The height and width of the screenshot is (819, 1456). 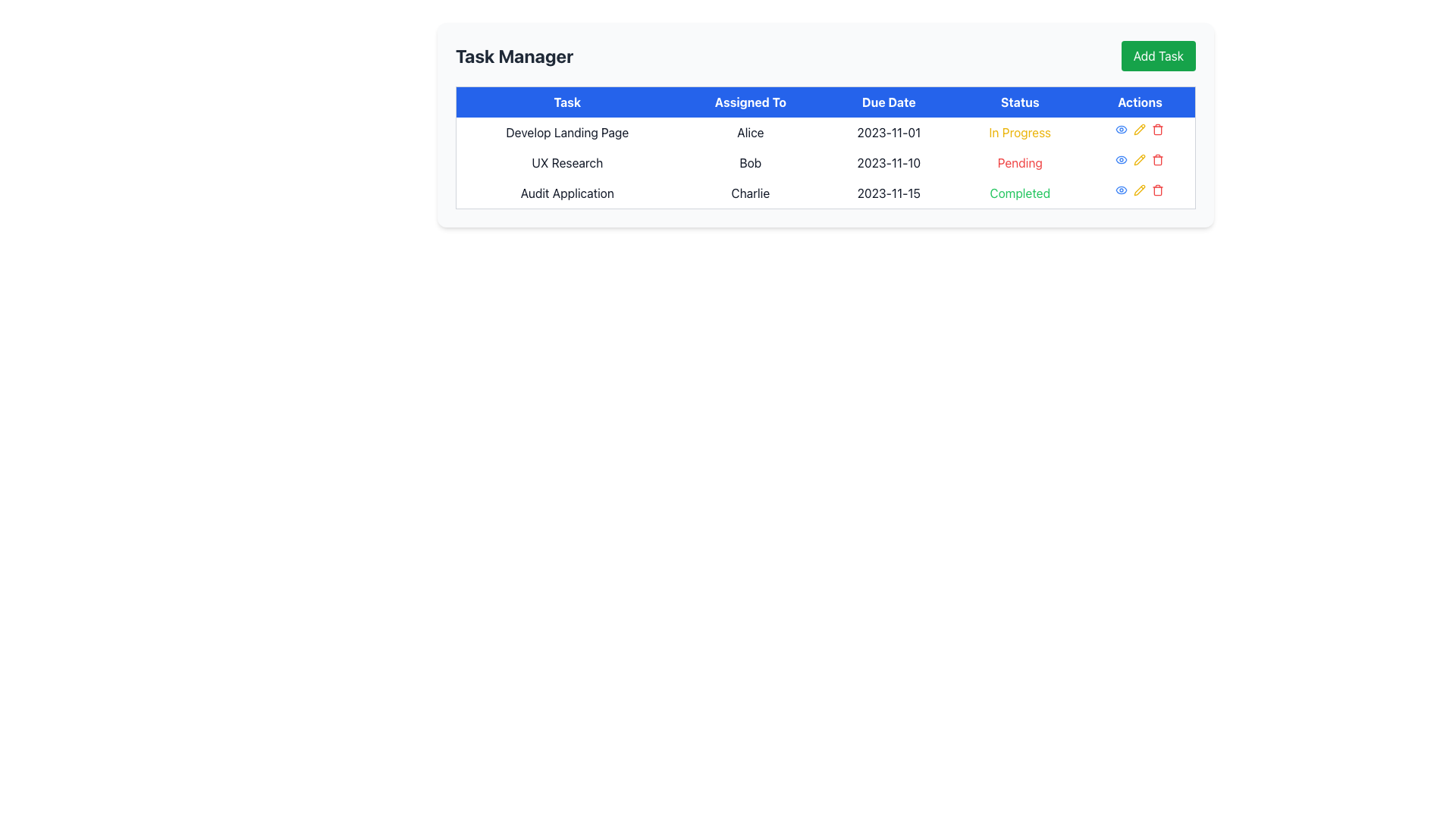 What do you see at coordinates (1140, 160) in the screenshot?
I see `the edit icon in the 'Actions' column of the 'Task Manager' interface for the task 'UX Research' to initiate editing` at bounding box center [1140, 160].